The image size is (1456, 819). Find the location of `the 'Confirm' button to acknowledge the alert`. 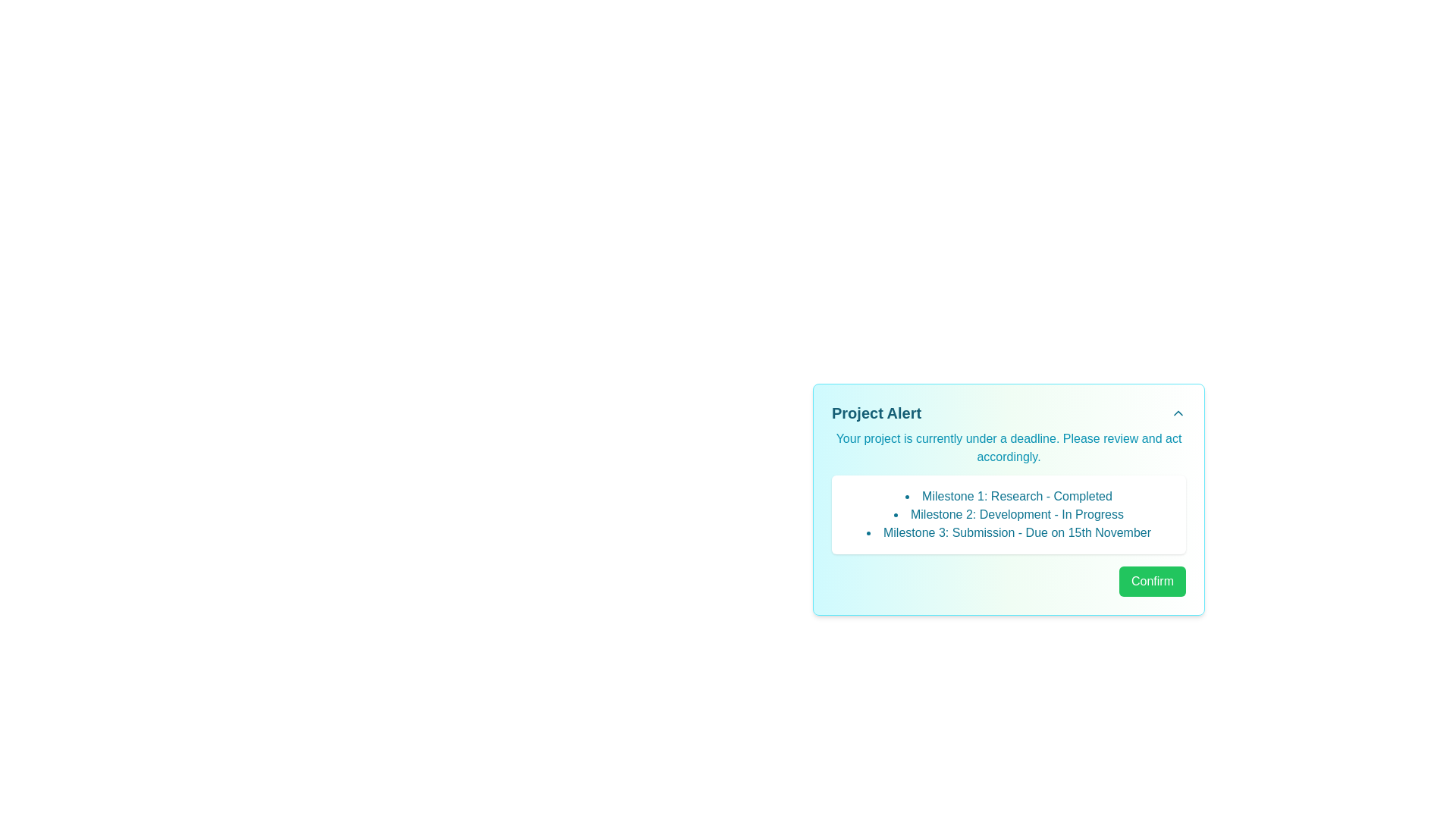

the 'Confirm' button to acknowledge the alert is located at coordinates (1153, 581).